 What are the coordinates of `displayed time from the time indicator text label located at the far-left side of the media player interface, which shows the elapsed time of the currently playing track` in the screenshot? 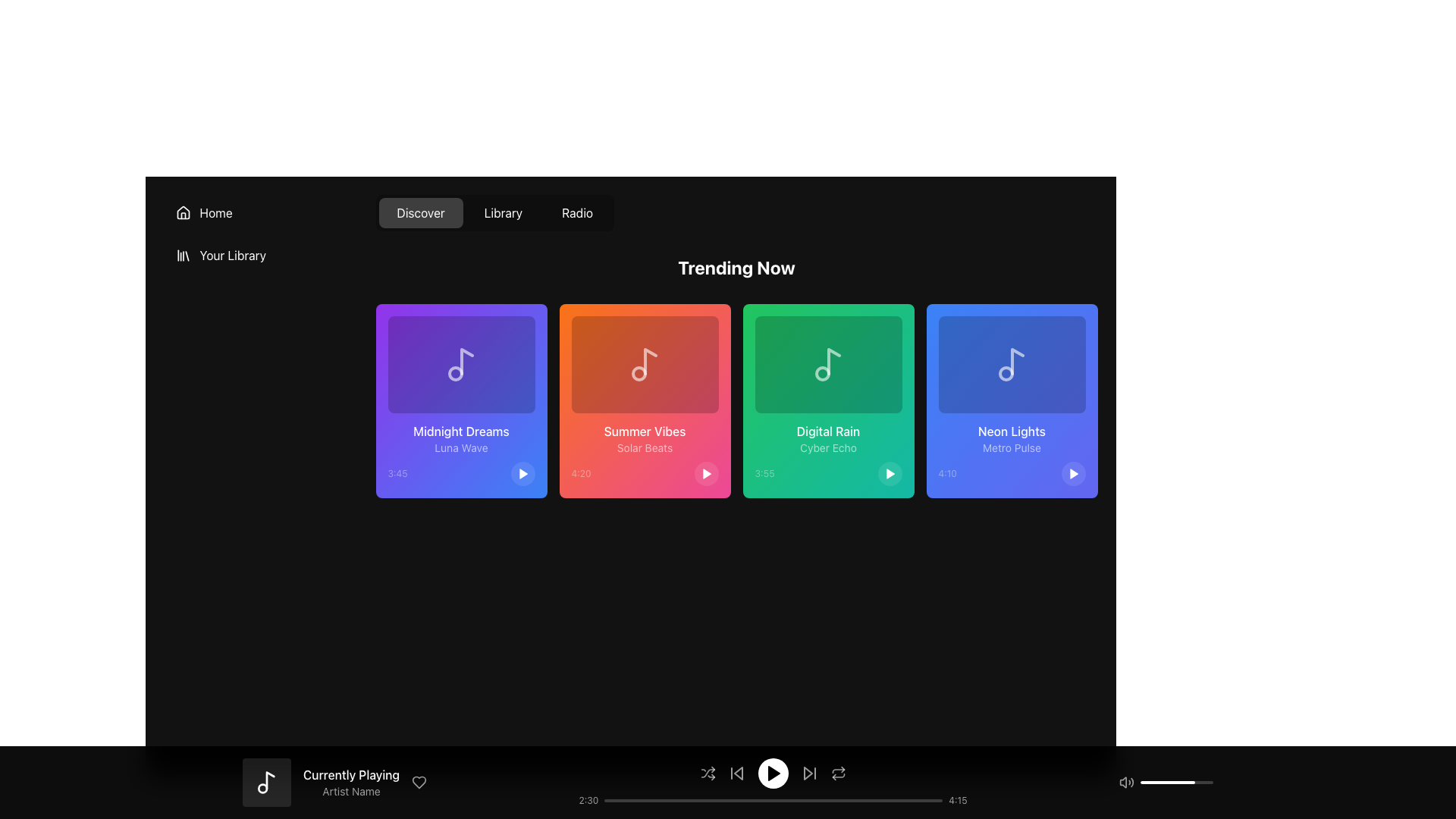 It's located at (588, 800).